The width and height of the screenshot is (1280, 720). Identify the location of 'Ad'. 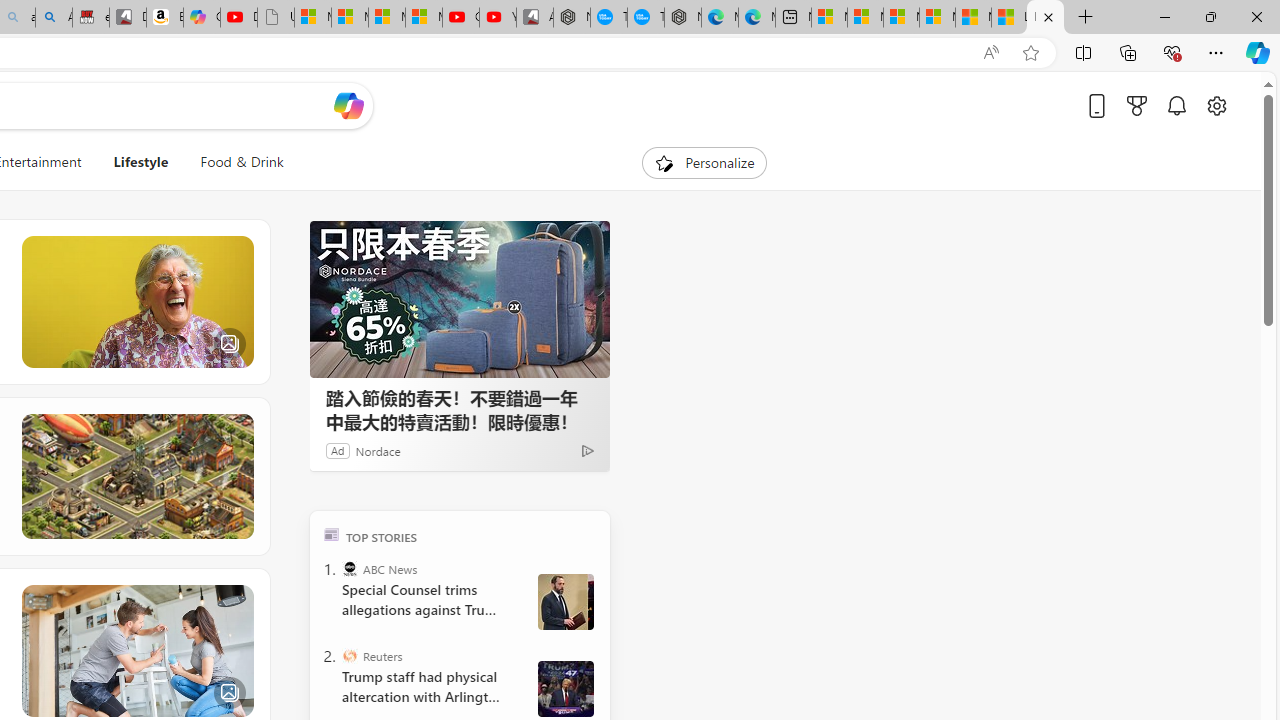
(338, 450).